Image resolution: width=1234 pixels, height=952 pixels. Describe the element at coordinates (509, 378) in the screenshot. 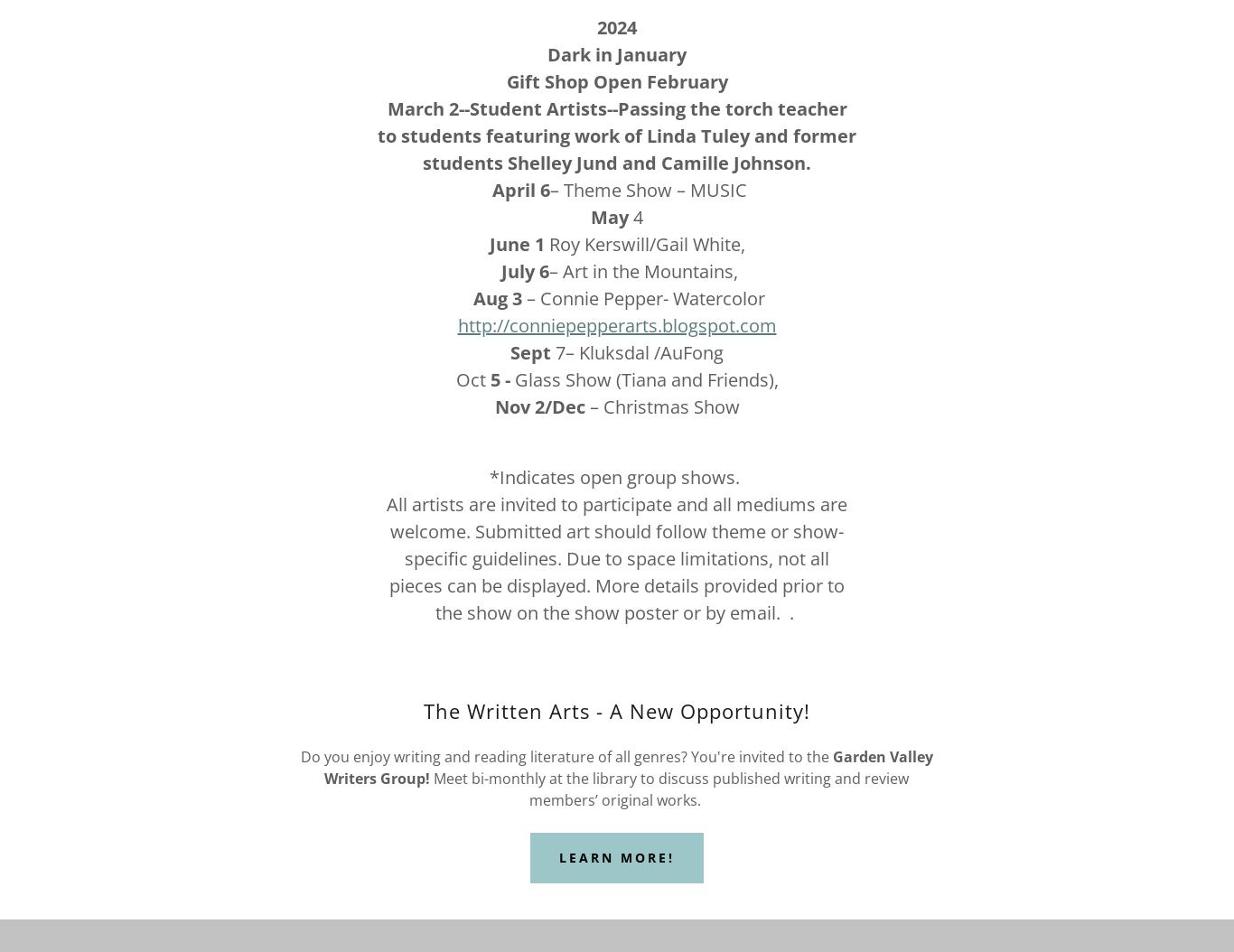

I see `'Glass Show (Tiana and Friends),'` at that location.